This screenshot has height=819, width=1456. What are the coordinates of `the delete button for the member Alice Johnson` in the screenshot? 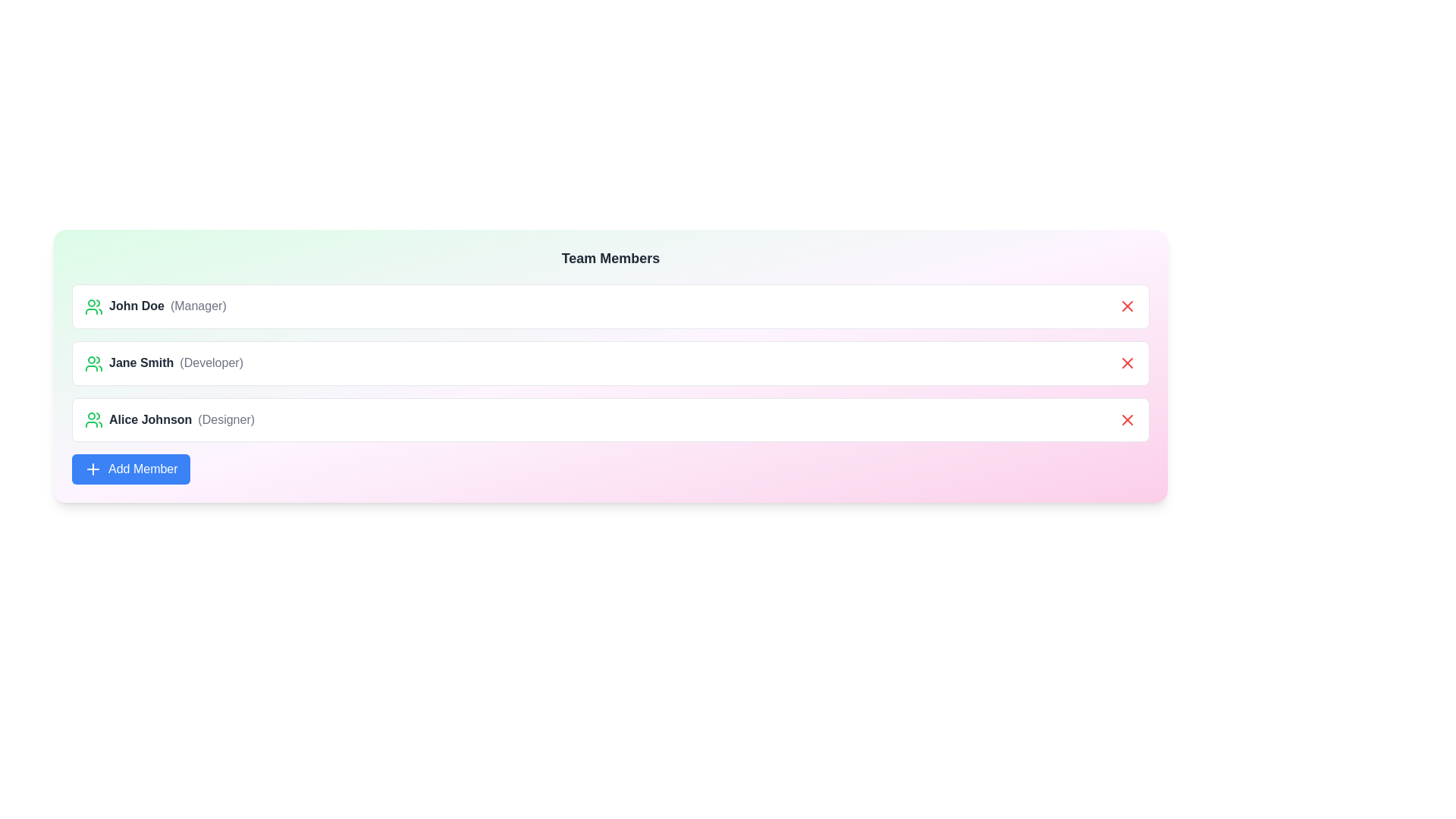 It's located at (1128, 419).